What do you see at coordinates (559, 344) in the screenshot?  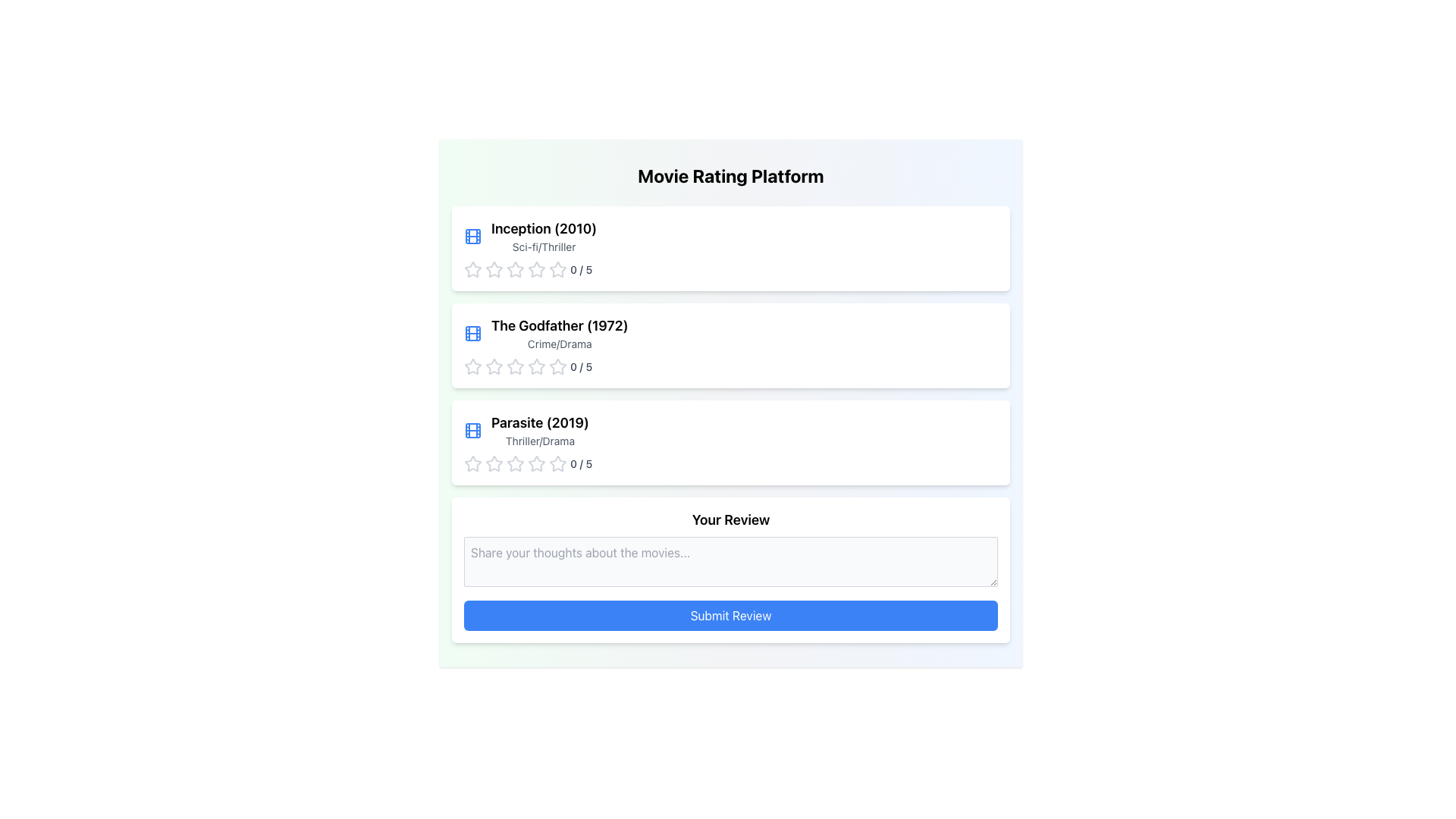 I see `the text label indicating the genre(s) of the movie 'The Godfather (1972)', which is located beneath the title within the second list item of a vertically stacked list` at bounding box center [559, 344].